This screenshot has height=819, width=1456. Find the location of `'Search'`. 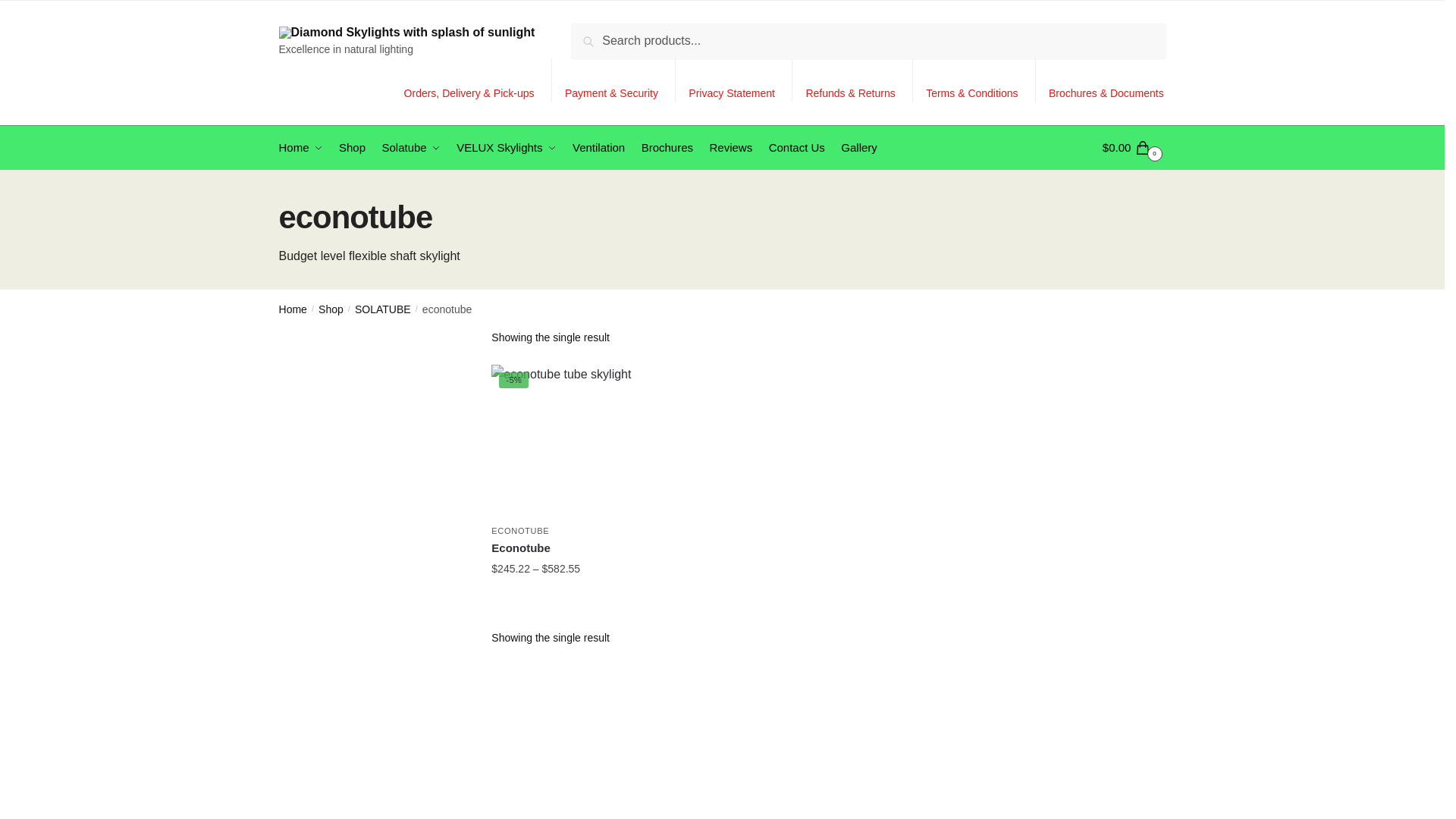

'Search' is located at coordinates (594, 34).